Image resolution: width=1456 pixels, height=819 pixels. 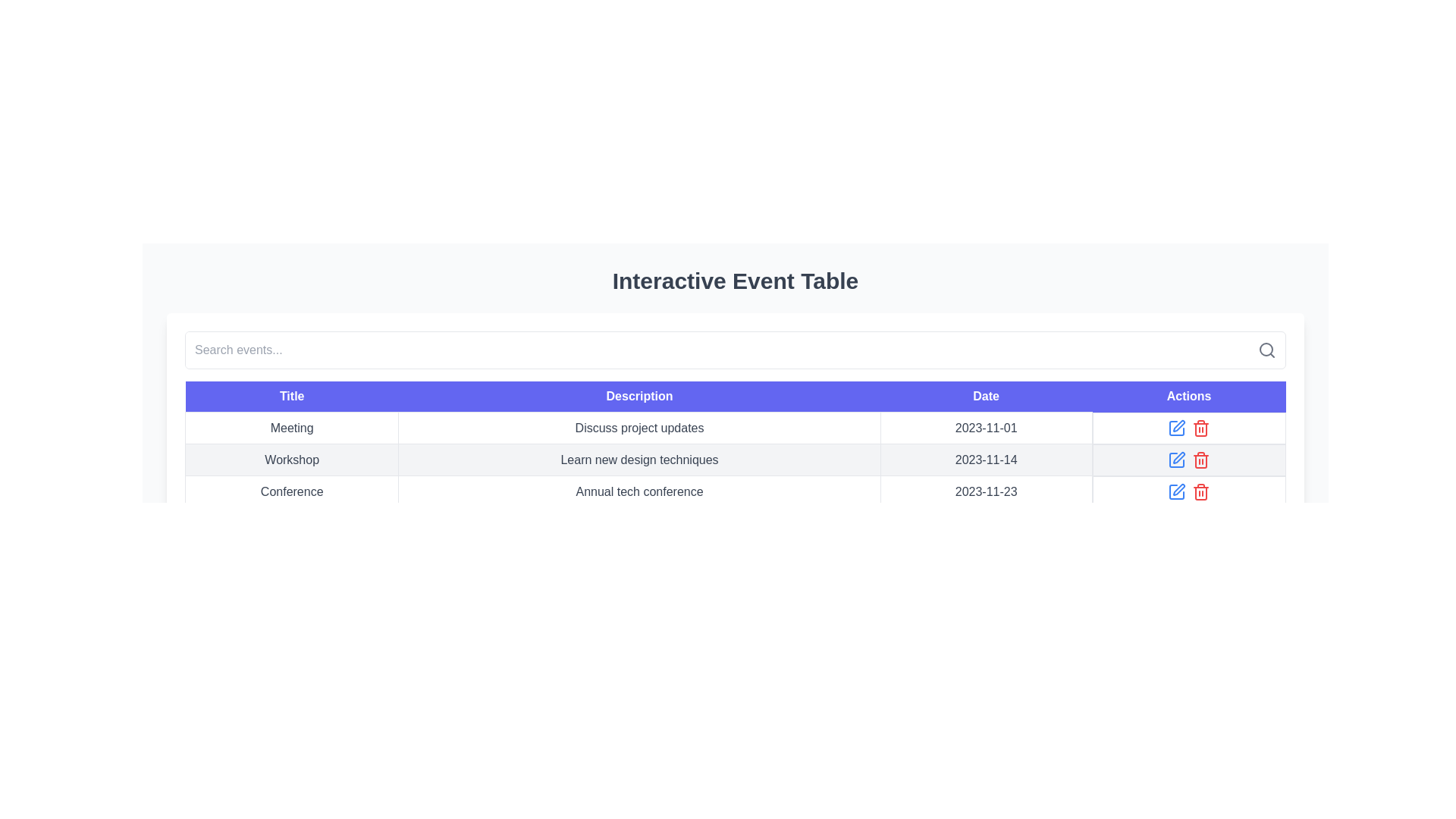 What do you see at coordinates (1266, 350) in the screenshot?
I see `the decorative circle component of the search icon, which represents the lens of a magnifying glass, located at the top-right area of the interface` at bounding box center [1266, 350].